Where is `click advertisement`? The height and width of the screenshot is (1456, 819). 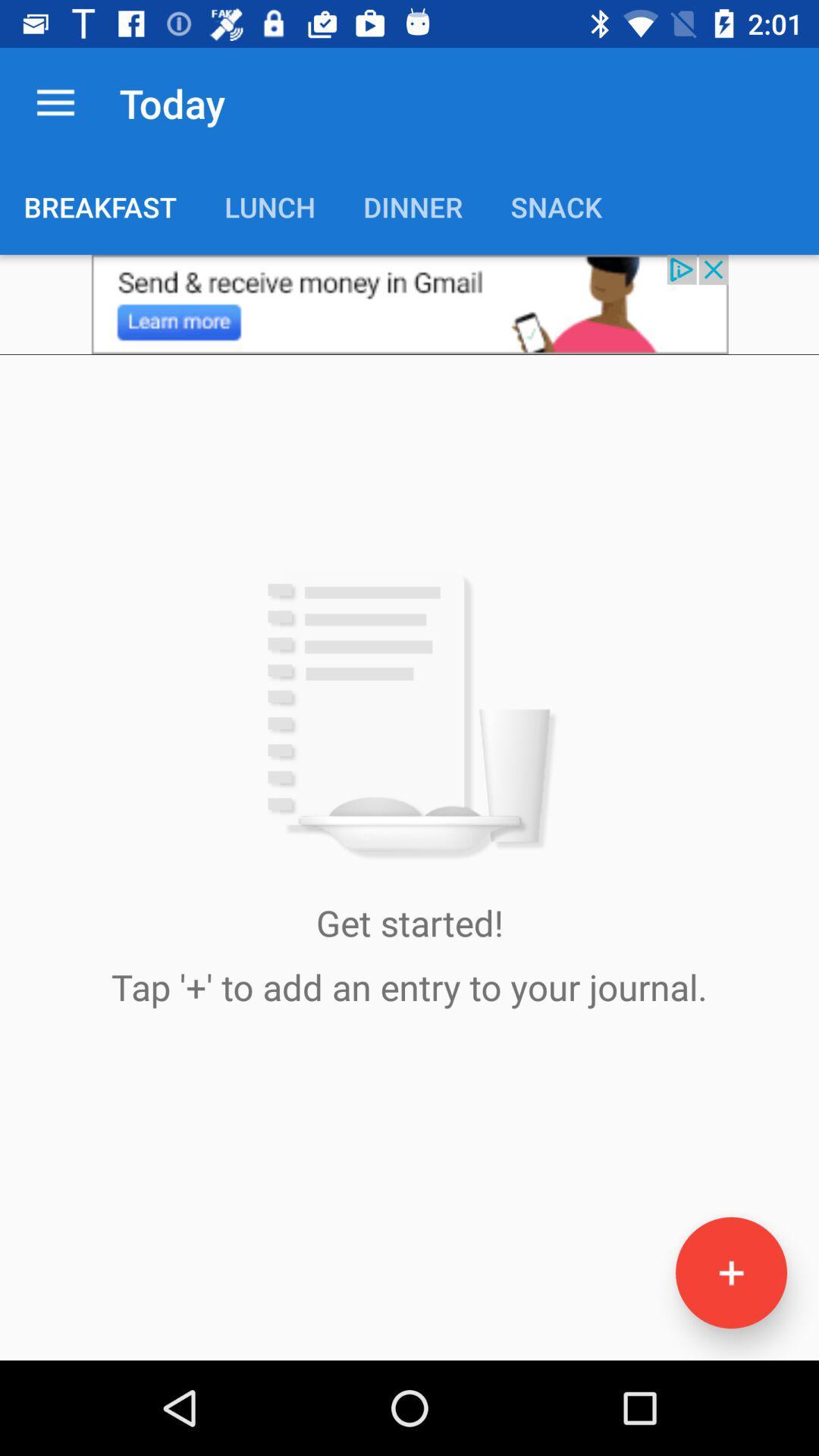 click advertisement is located at coordinates (409, 303).